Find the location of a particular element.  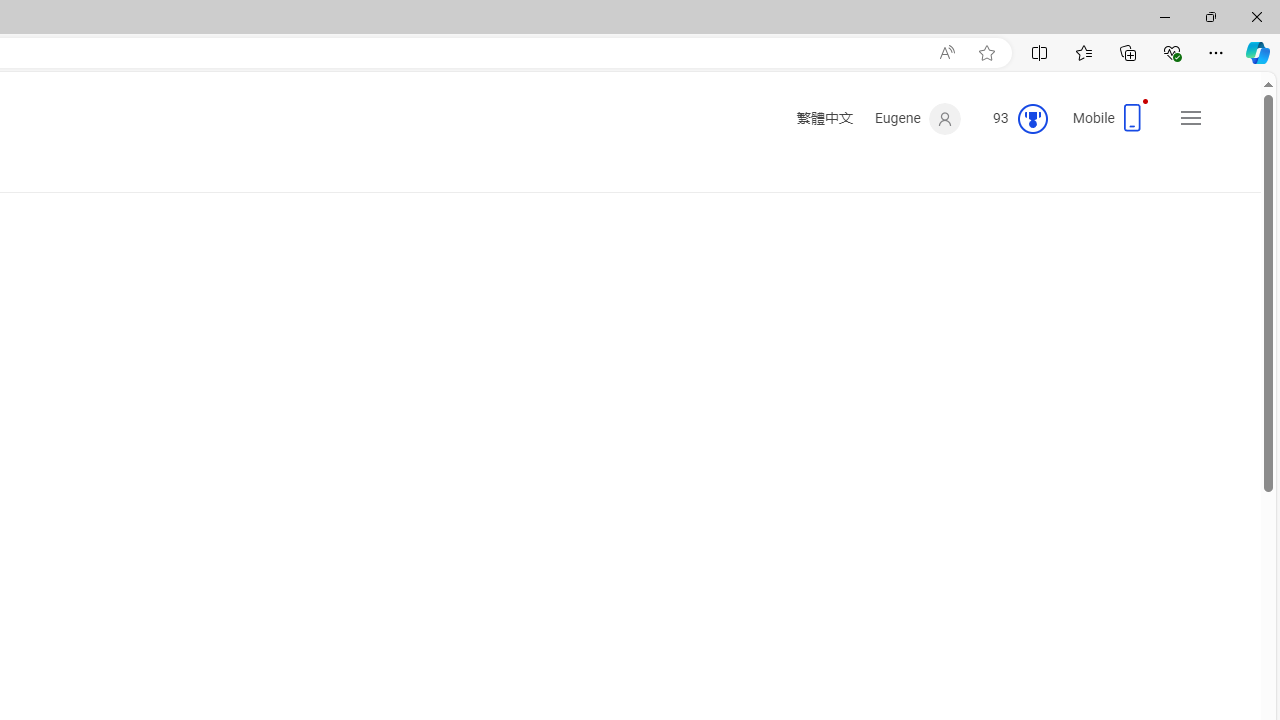

'Class: medal-circled' is located at coordinates (1032, 119).